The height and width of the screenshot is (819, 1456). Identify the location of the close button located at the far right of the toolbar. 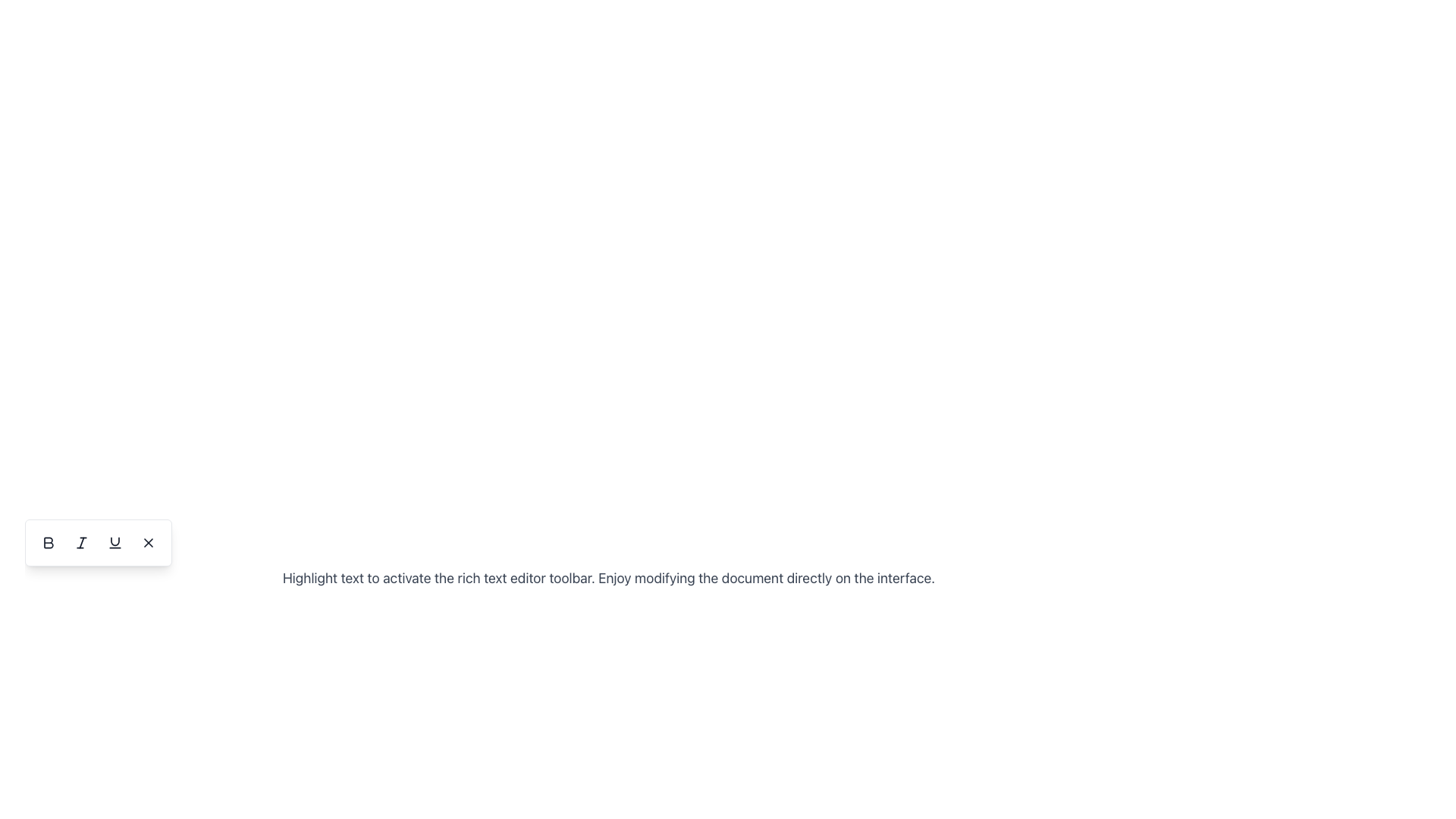
(149, 542).